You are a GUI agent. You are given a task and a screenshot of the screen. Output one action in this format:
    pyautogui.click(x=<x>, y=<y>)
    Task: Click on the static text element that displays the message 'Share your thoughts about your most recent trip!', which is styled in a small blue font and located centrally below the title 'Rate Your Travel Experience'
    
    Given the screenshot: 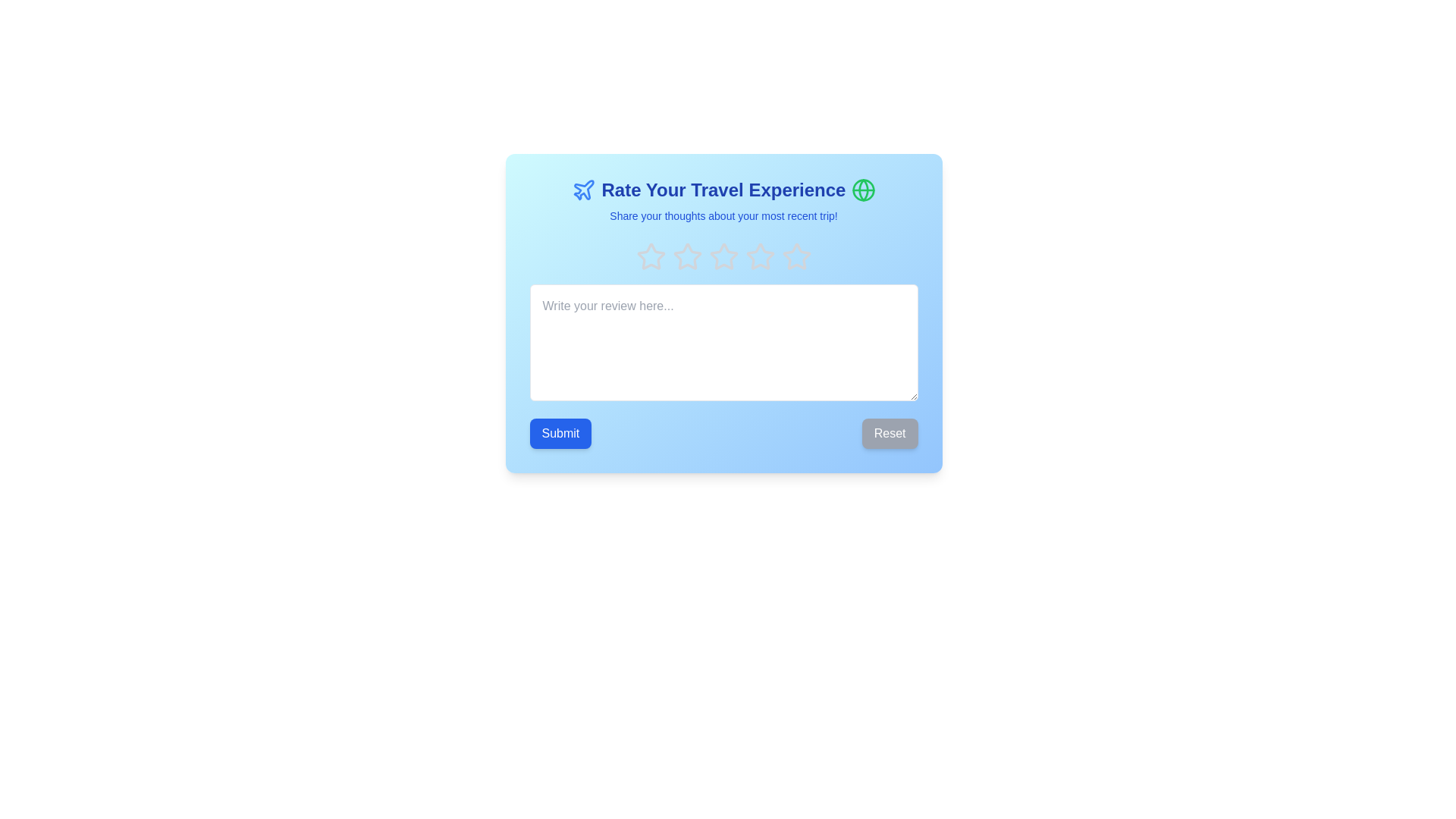 What is the action you would take?
    pyautogui.click(x=723, y=216)
    